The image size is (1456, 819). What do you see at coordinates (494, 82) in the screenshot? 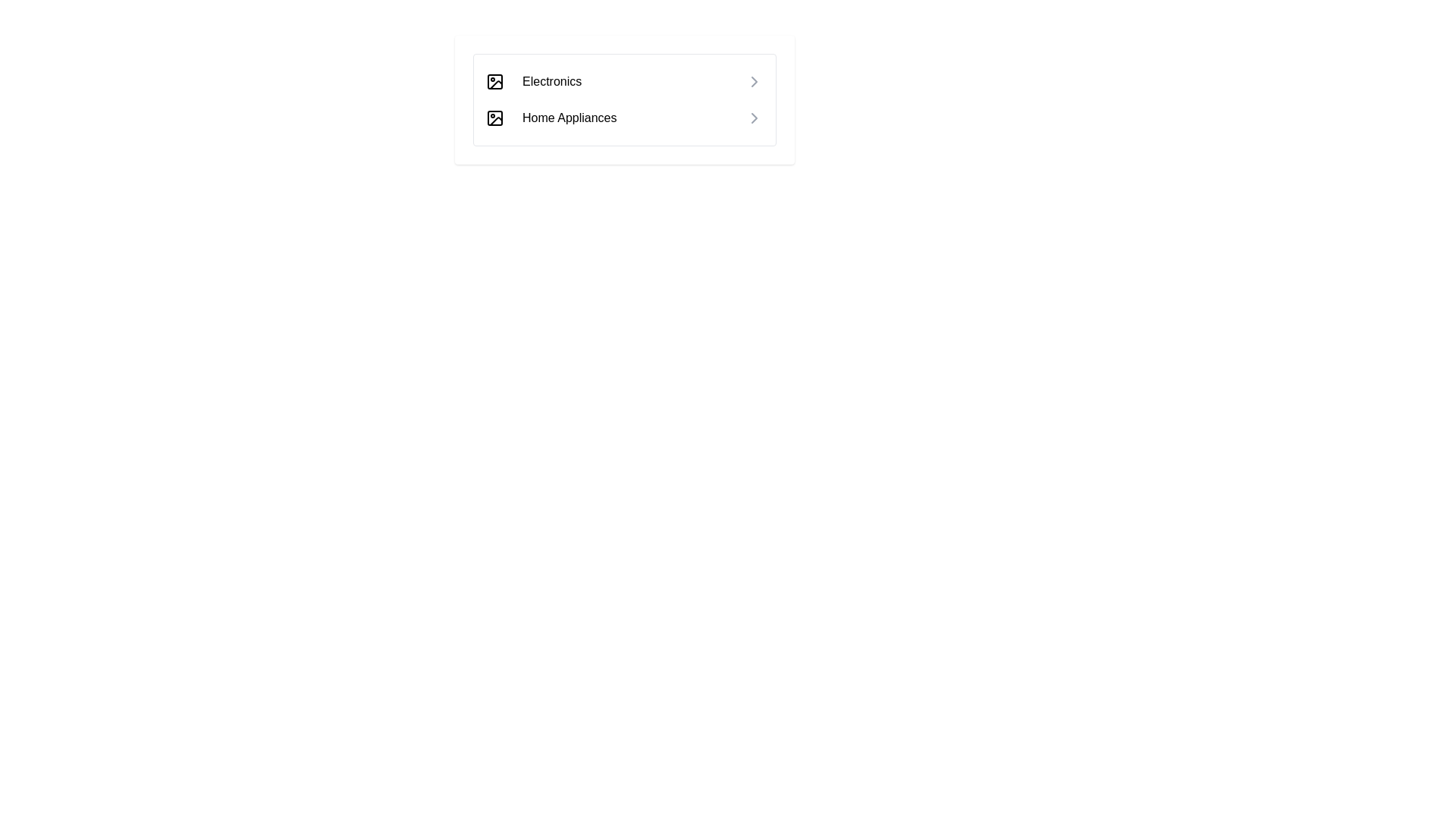
I see `the first icon resembling an image frame with a sun or camera flash design, located to the left of the 'Electronics' label in the vertical list of categories` at bounding box center [494, 82].